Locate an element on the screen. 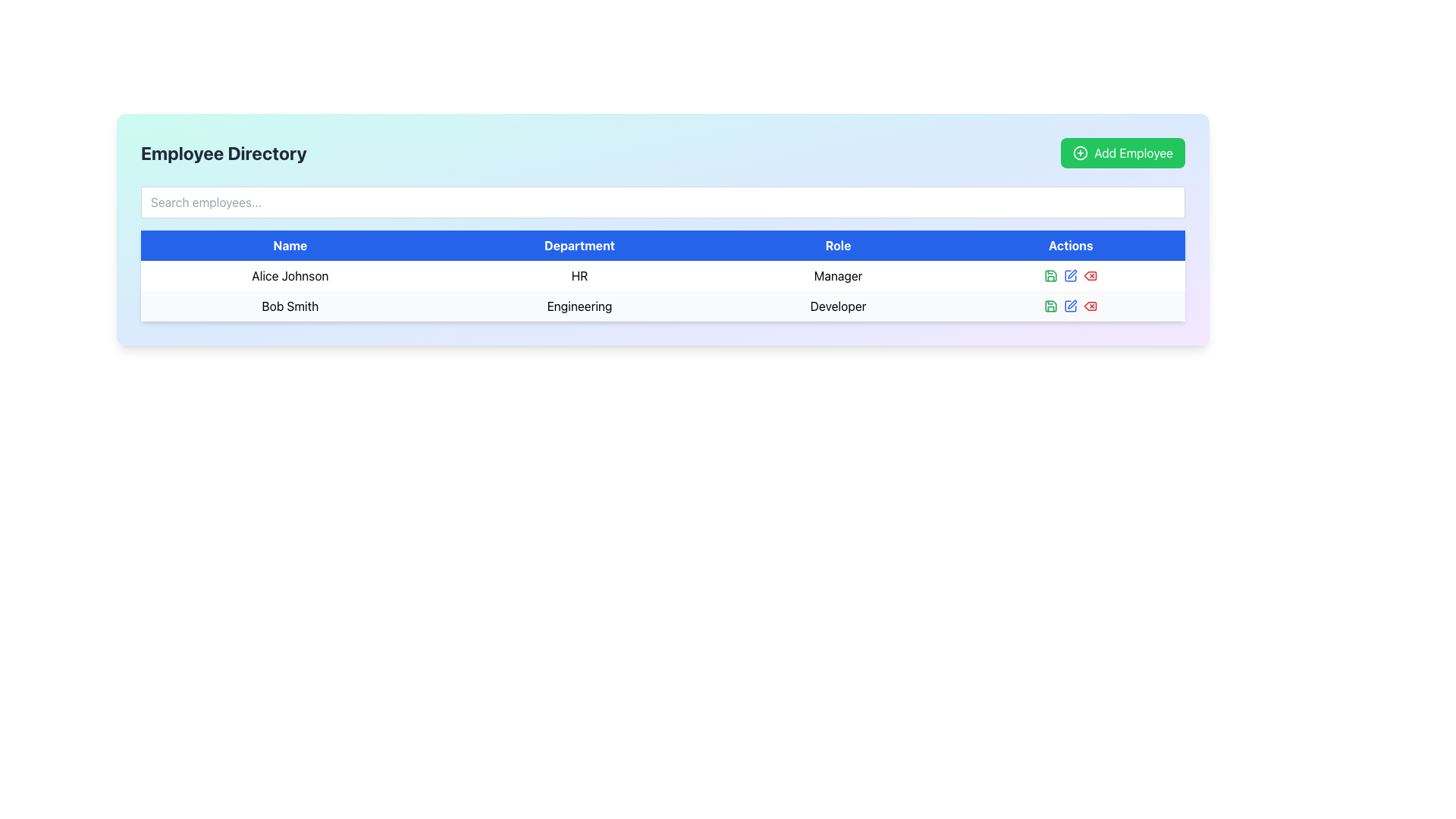  the save button located in the 'Actions' column of the table for the first row representing 'Alice Johnson' is located at coordinates (1050, 306).